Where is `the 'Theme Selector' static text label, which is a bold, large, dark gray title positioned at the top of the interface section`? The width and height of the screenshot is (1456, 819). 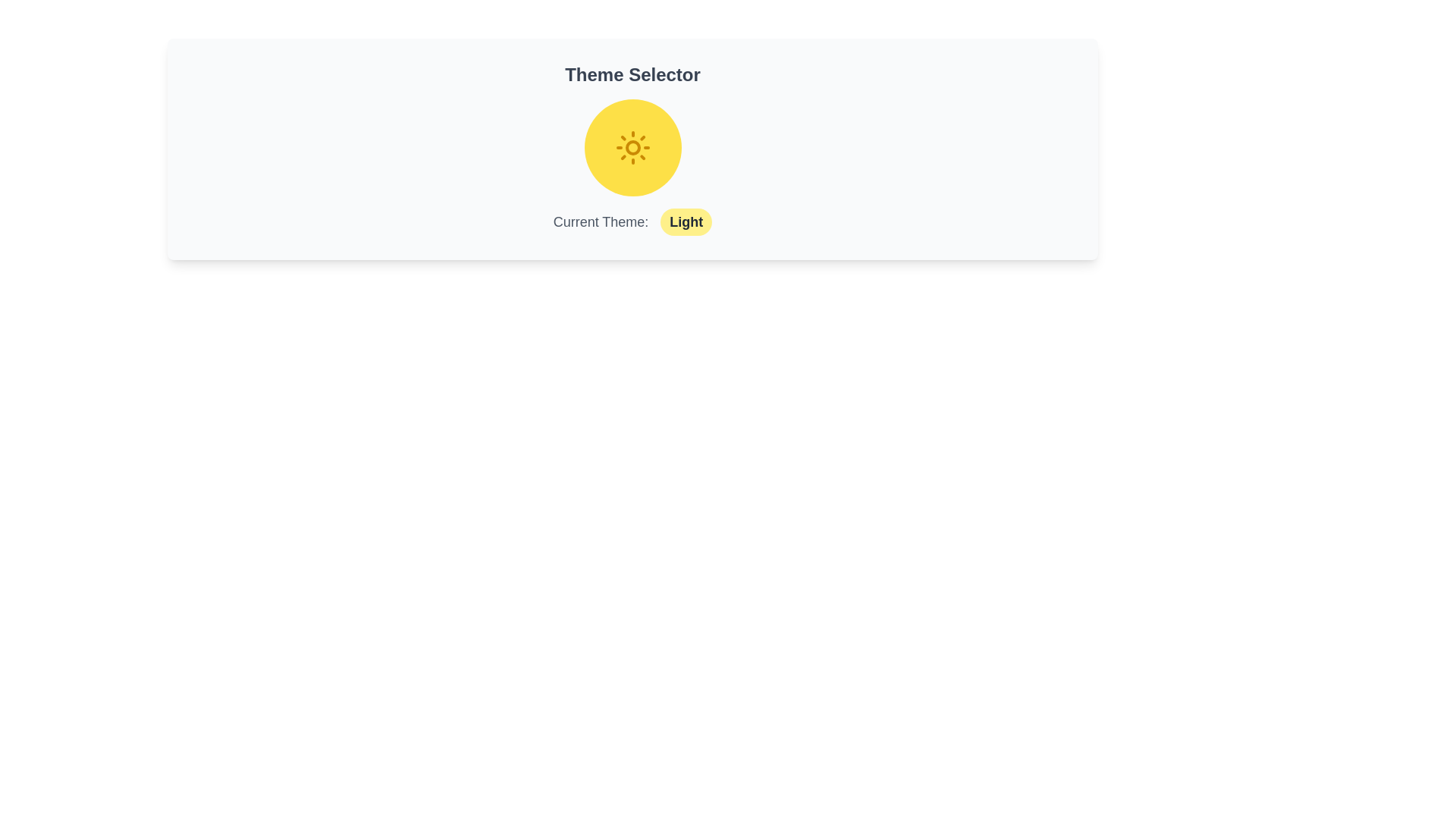
the 'Theme Selector' static text label, which is a bold, large, dark gray title positioned at the top of the interface section is located at coordinates (632, 75).